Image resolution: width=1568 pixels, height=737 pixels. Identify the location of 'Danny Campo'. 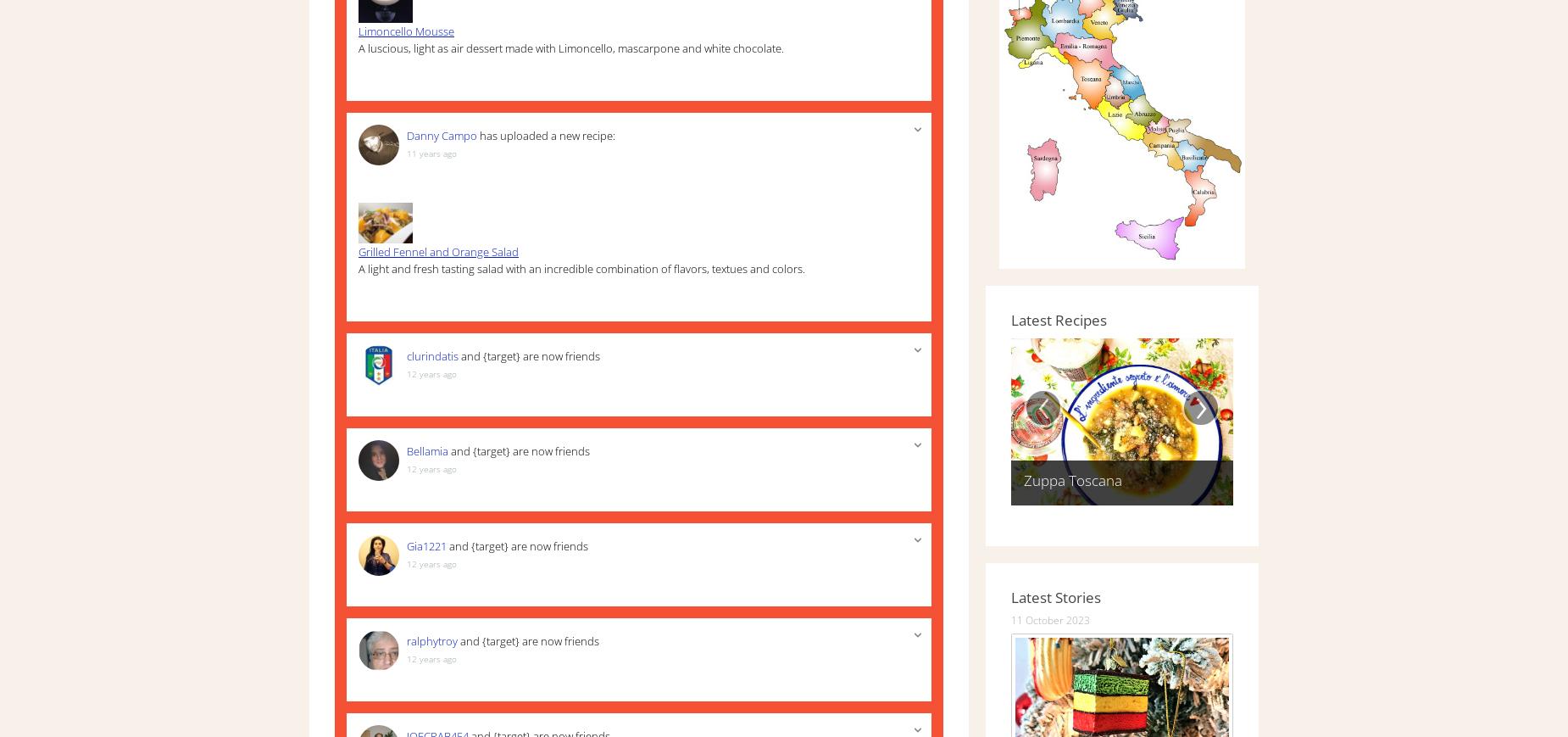
(441, 134).